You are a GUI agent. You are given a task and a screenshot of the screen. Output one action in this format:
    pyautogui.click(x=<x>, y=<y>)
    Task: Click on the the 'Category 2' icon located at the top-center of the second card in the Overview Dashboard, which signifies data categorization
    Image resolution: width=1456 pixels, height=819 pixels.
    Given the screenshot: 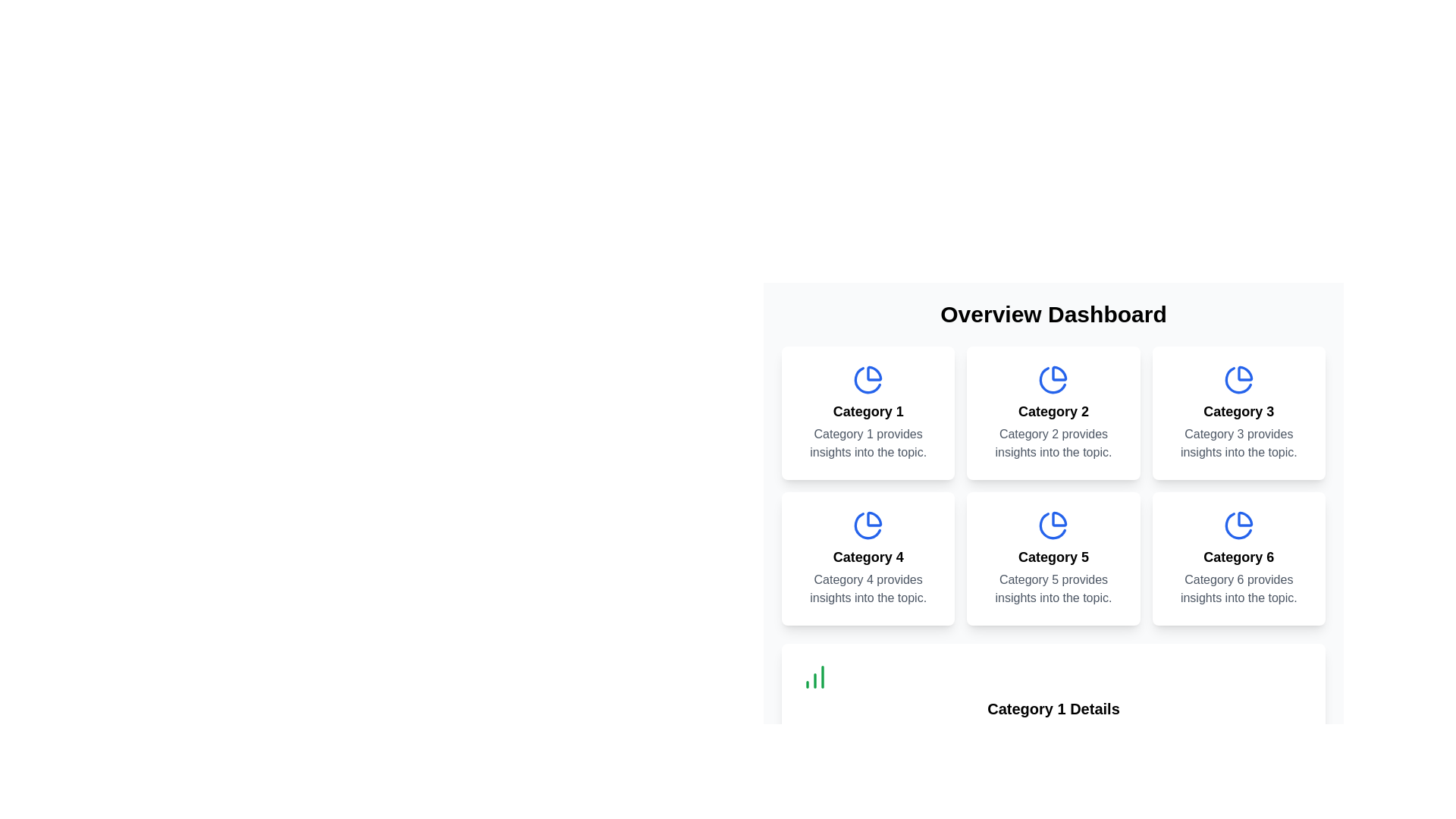 What is the action you would take?
    pyautogui.click(x=1053, y=379)
    